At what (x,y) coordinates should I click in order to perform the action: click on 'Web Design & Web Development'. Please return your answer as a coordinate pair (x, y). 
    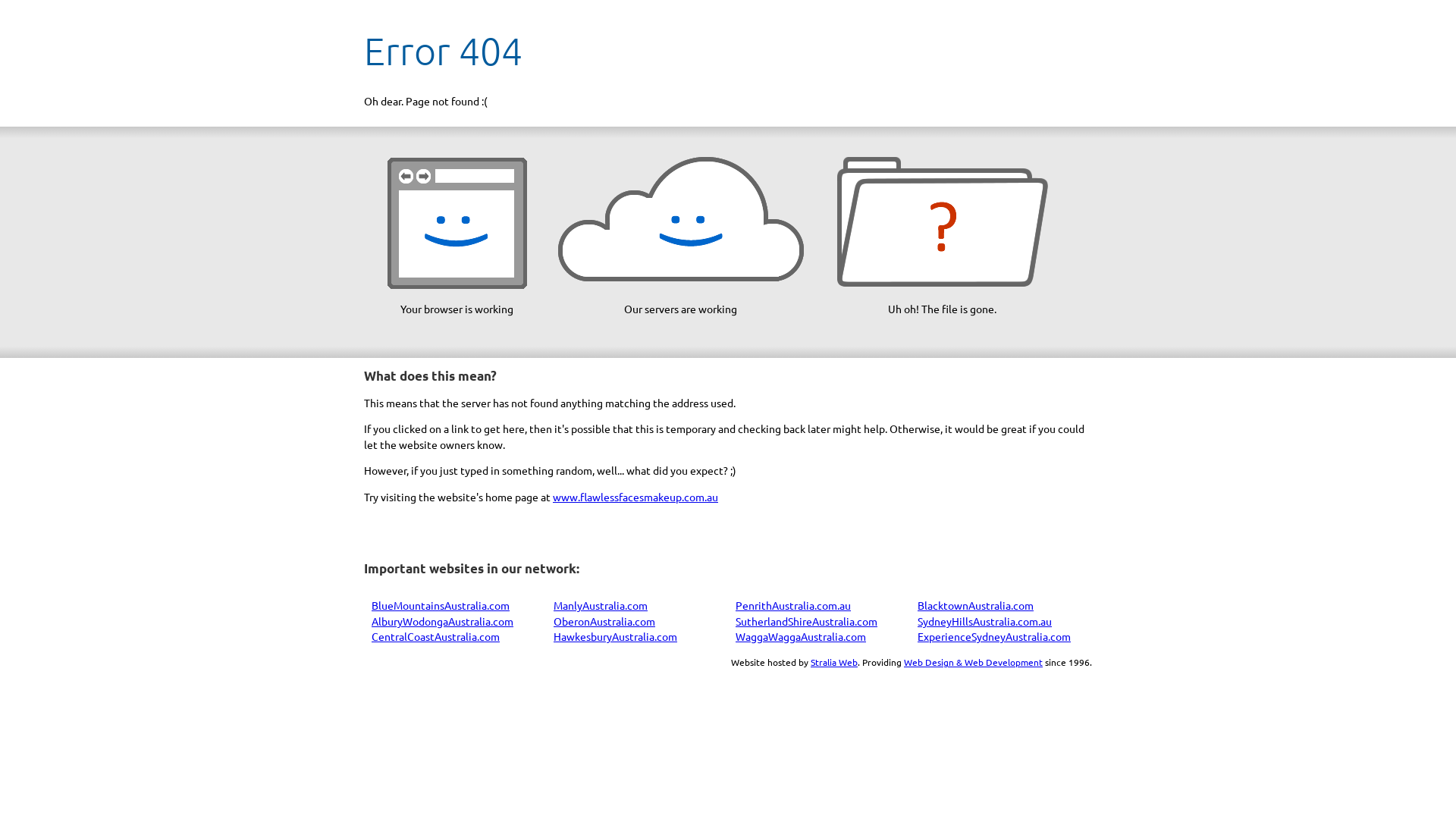
    Looking at the image, I should click on (973, 661).